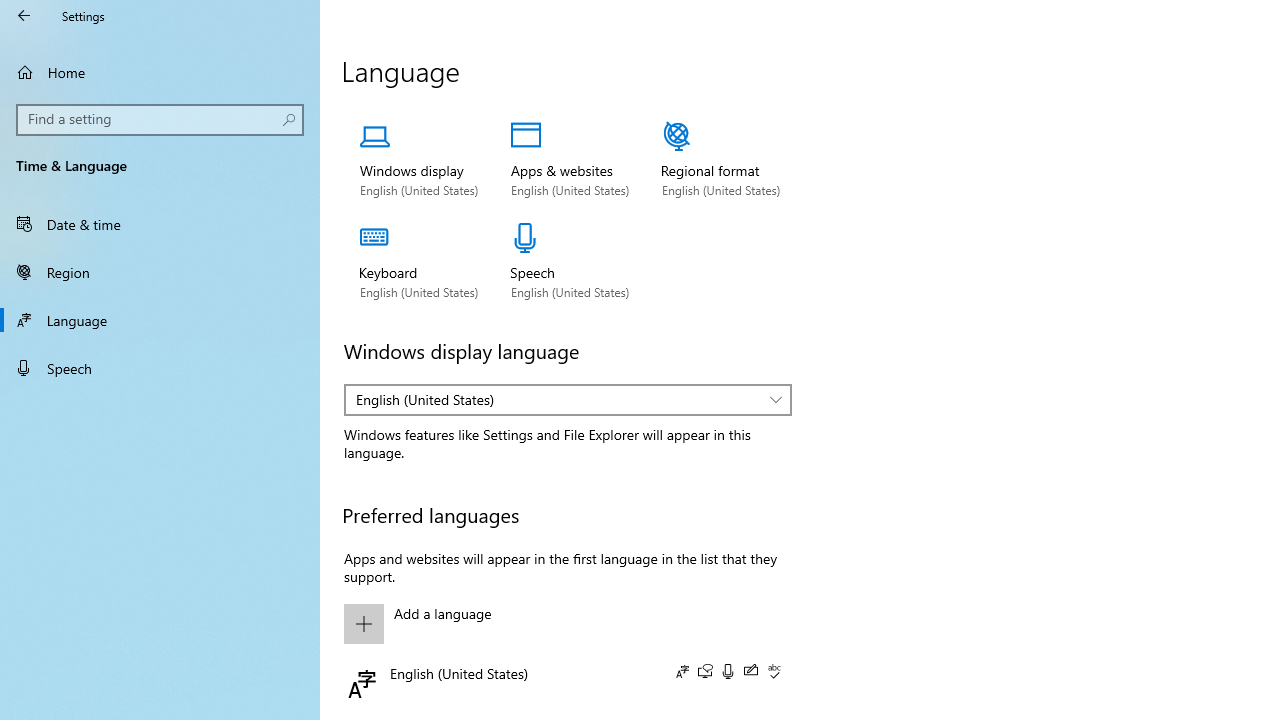 The height and width of the screenshot is (720, 1280). Describe the element at coordinates (569, 159) in the screenshot. I see `'Manage apps and websites language'` at that location.